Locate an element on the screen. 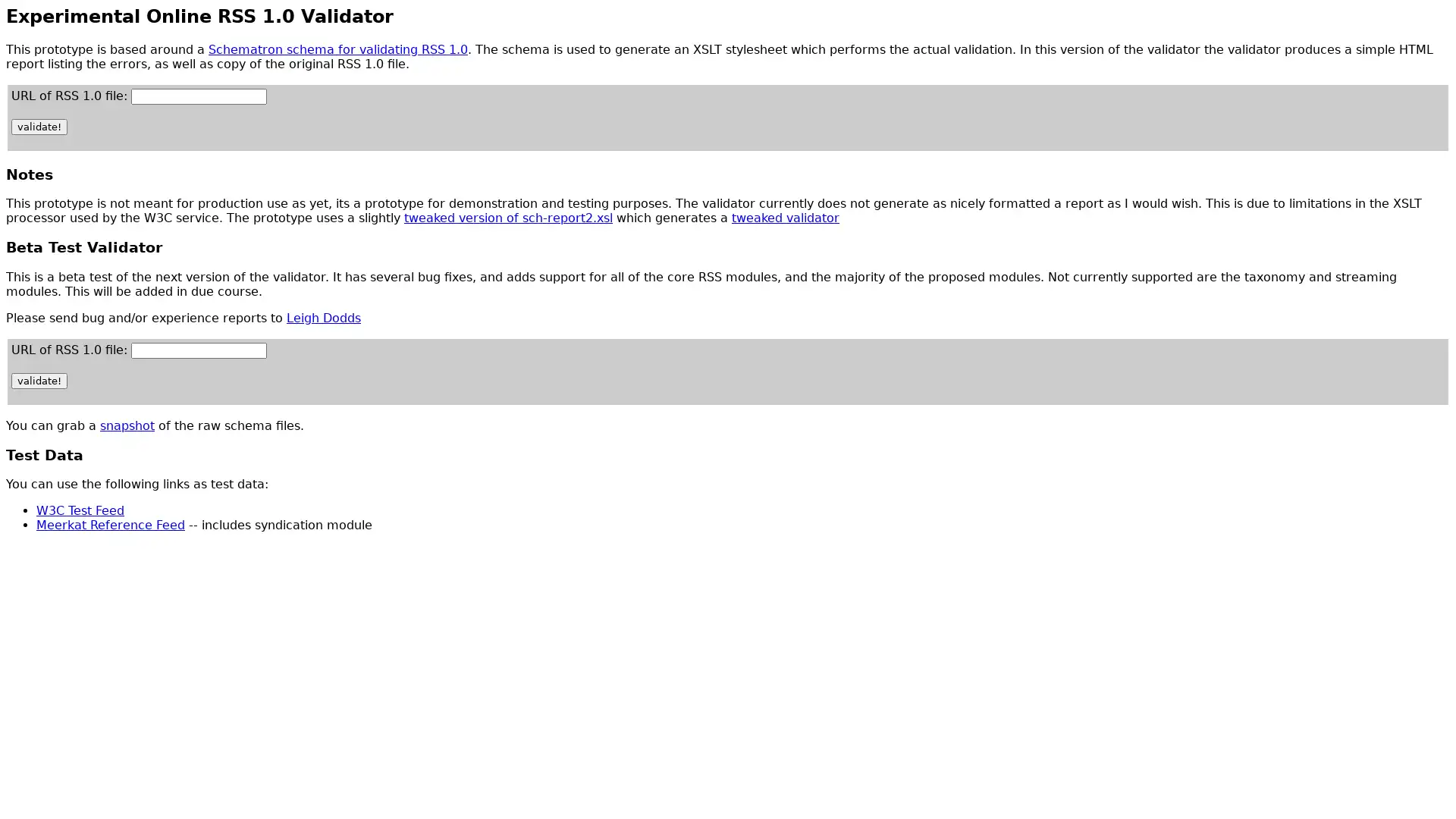 The image size is (1456, 819). validate! is located at coordinates (39, 125).